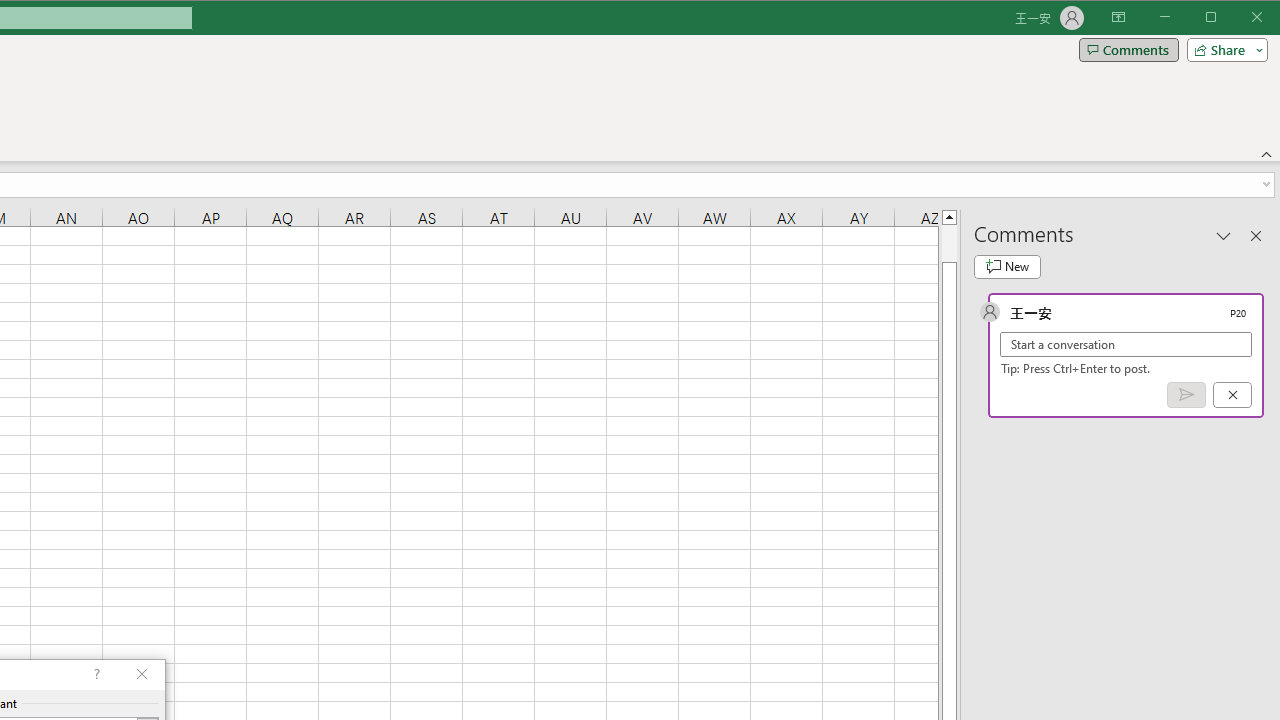 This screenshot has height=720, width=1280. I want to click on 'Minimize', so click(1216, 19).